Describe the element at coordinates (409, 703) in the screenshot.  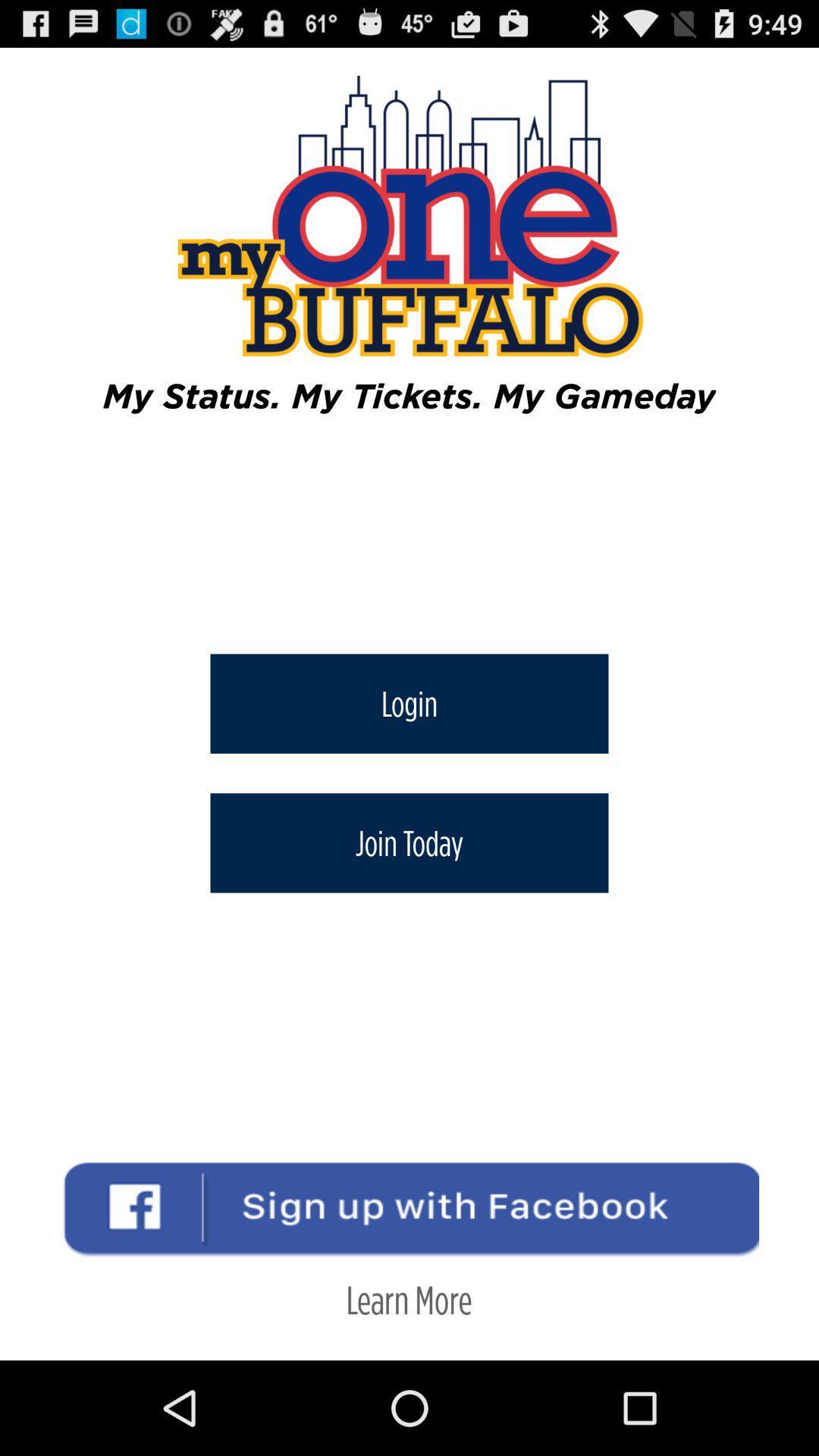
I see `the login item` at that location.